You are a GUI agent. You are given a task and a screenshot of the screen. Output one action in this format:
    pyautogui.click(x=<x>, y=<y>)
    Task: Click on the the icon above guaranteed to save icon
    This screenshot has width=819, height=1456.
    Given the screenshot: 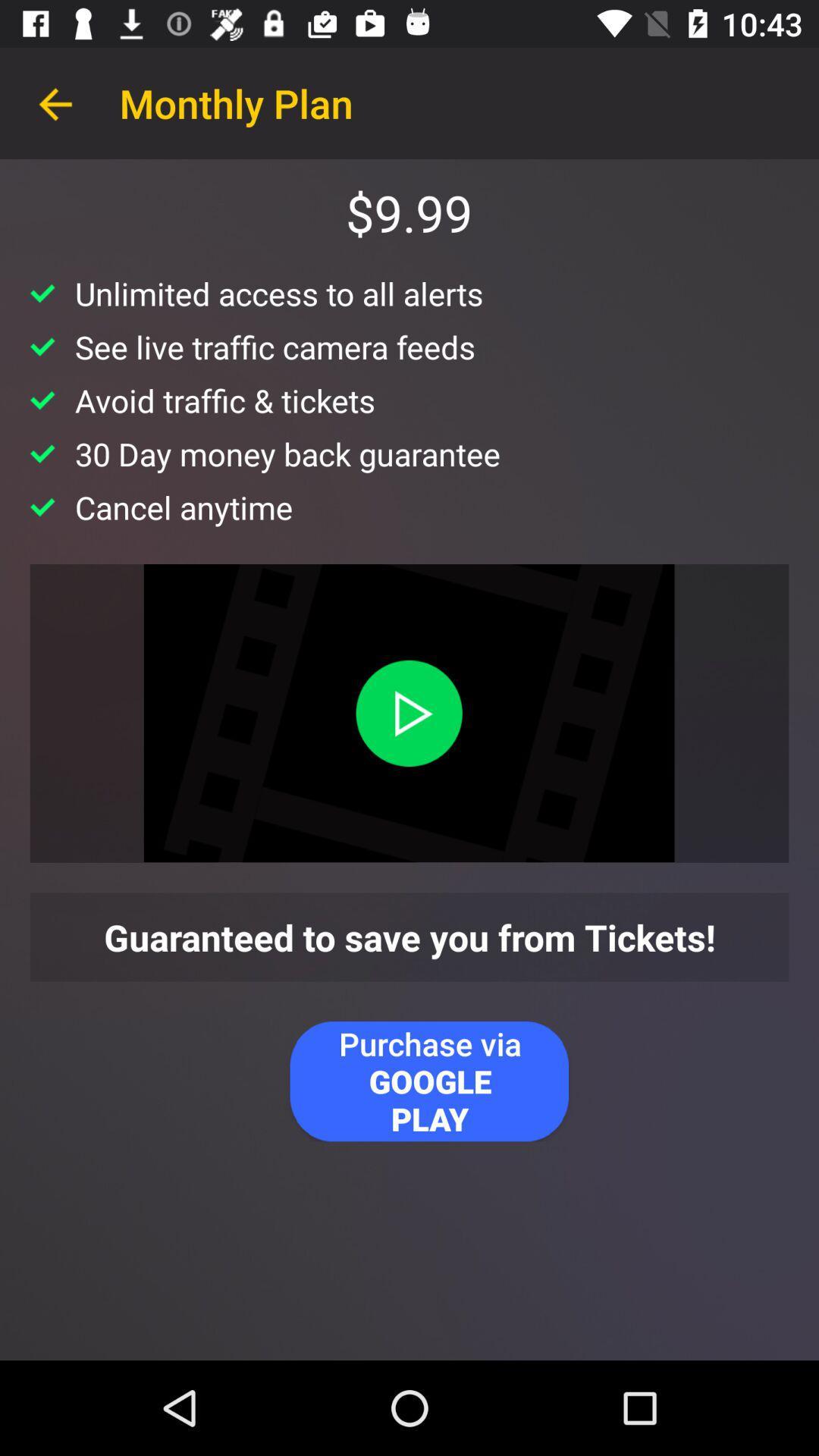 What is the action you would take?
    pyautogui.click(x=408, y=712)
    